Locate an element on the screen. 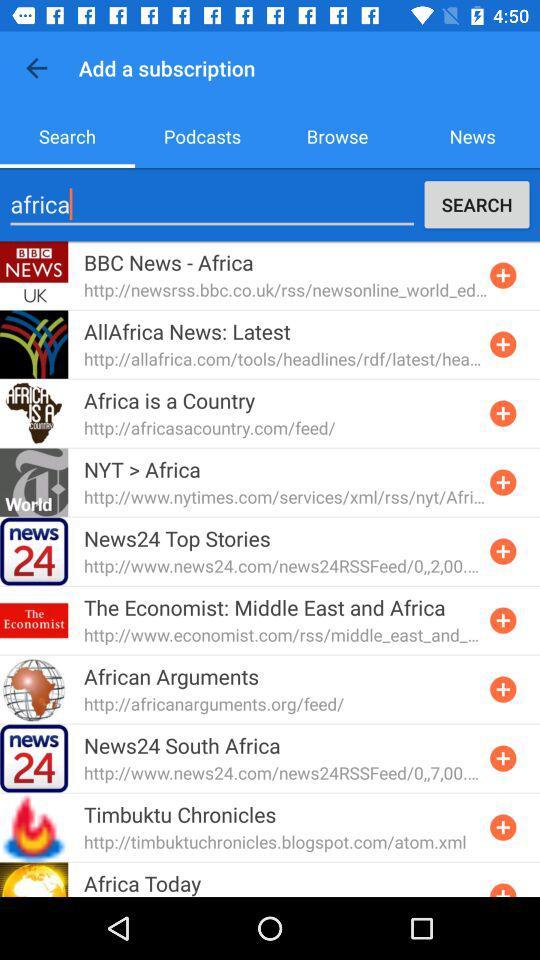  the news24 south africa is located at coordinates (182, 744).